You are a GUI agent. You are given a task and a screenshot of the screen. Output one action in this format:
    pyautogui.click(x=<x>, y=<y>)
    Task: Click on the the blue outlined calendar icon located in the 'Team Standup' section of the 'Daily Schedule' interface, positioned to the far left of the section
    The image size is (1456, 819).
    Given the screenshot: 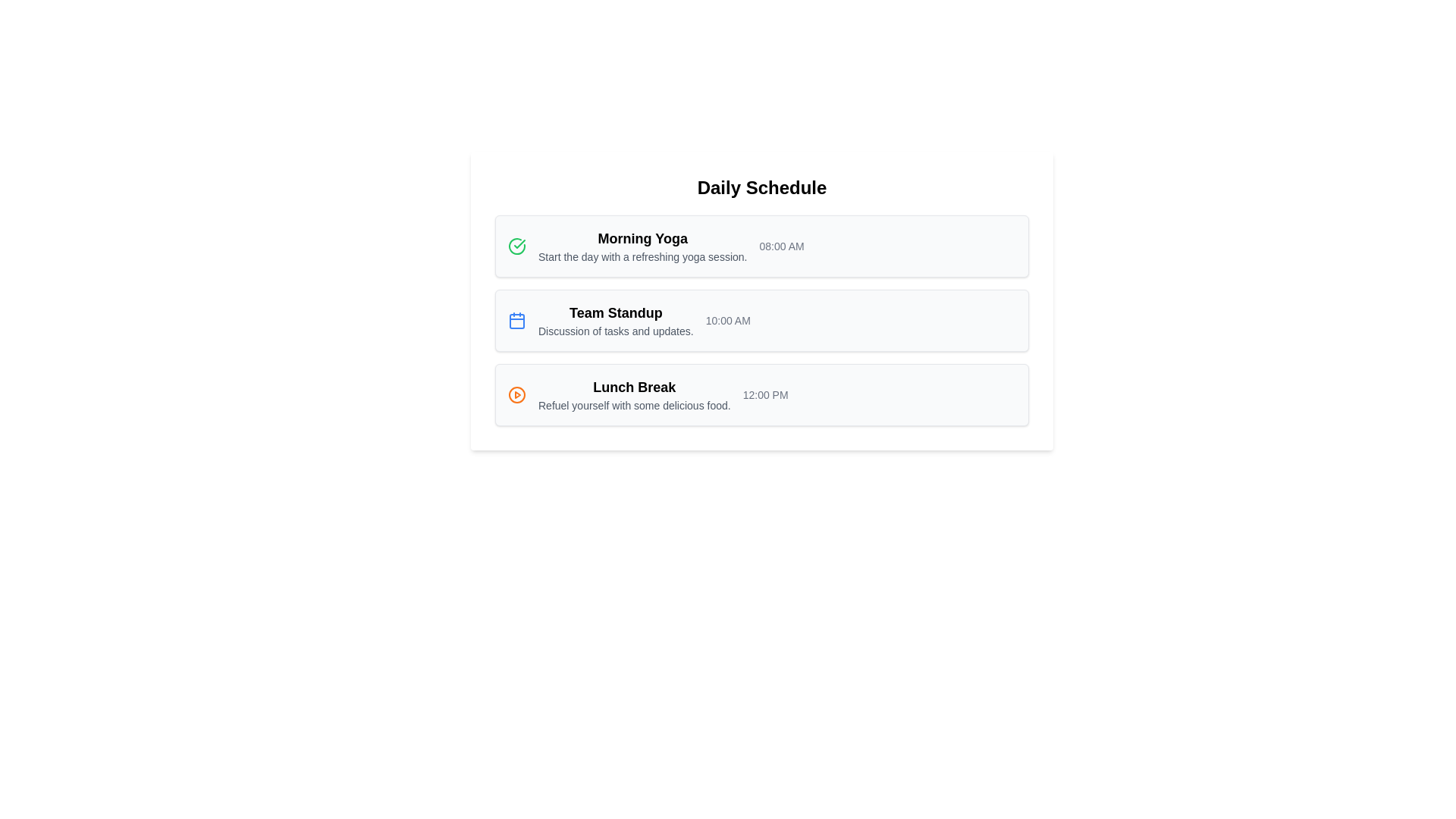 What is the action you would take?
    pyautogui.click(x=516, y=320)
    